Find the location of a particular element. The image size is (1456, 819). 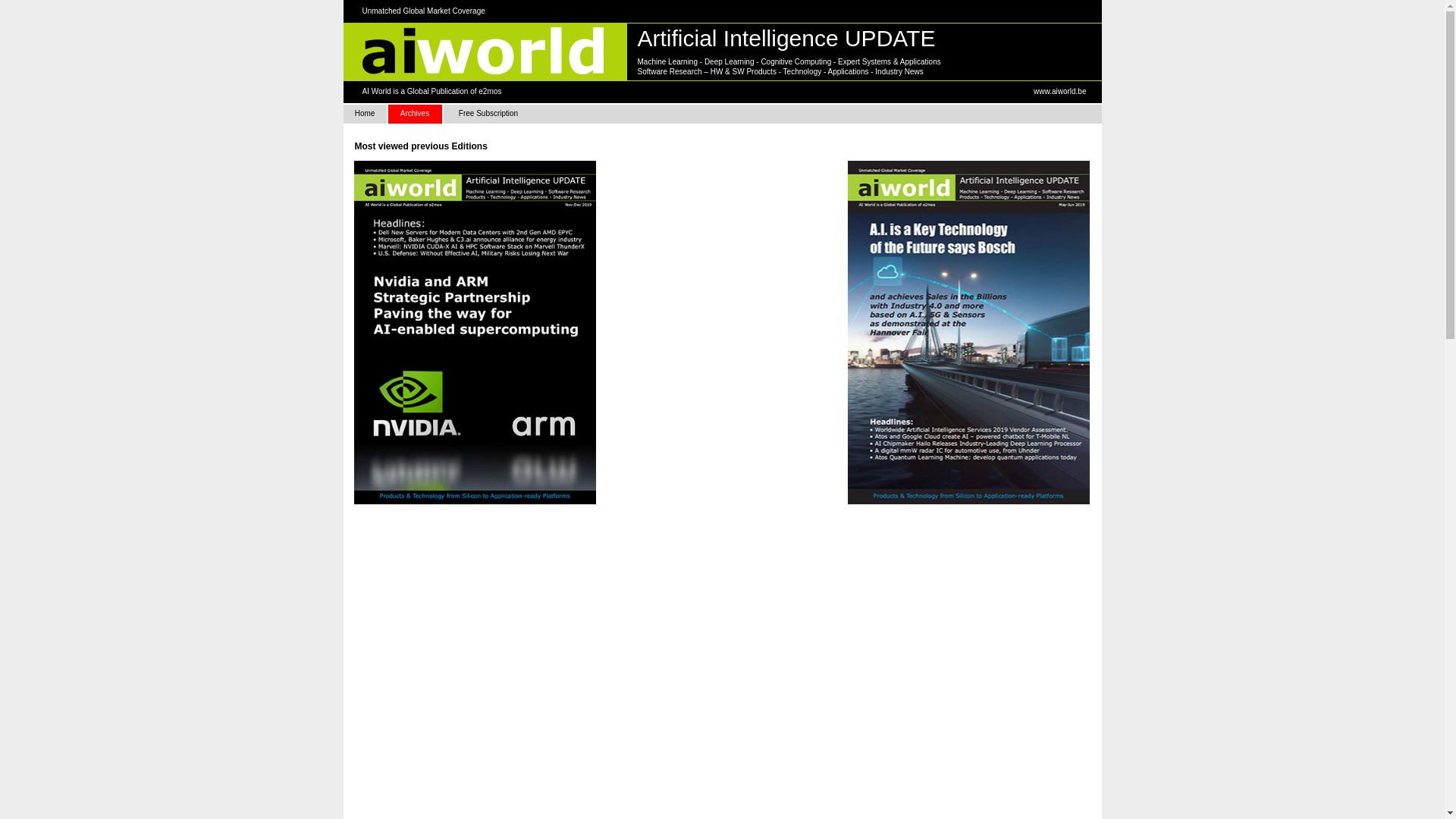

'Archives' is located at coordinates (415, 113).